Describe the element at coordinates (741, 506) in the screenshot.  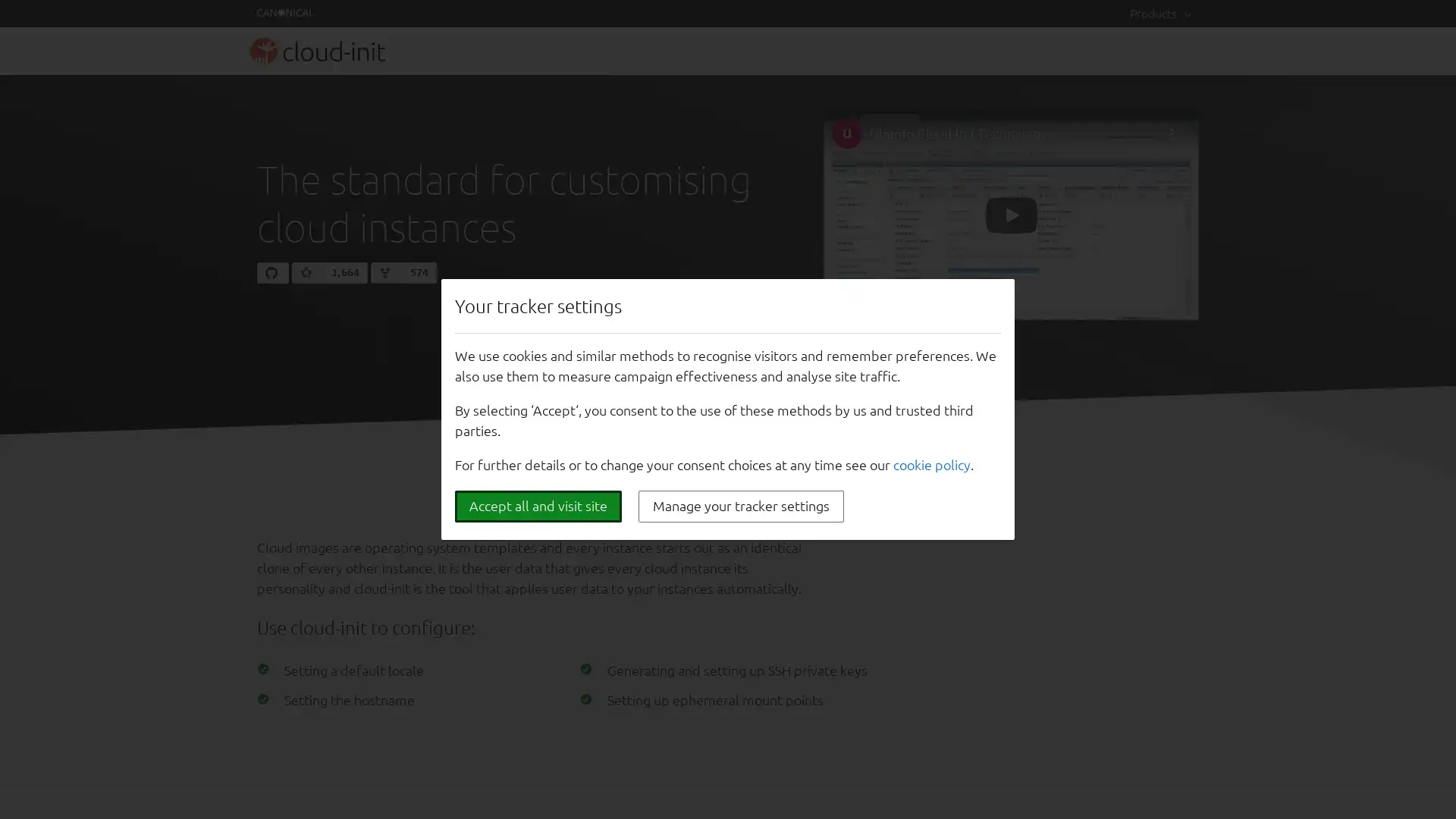
I see `Manage your tracker settings` at that location.